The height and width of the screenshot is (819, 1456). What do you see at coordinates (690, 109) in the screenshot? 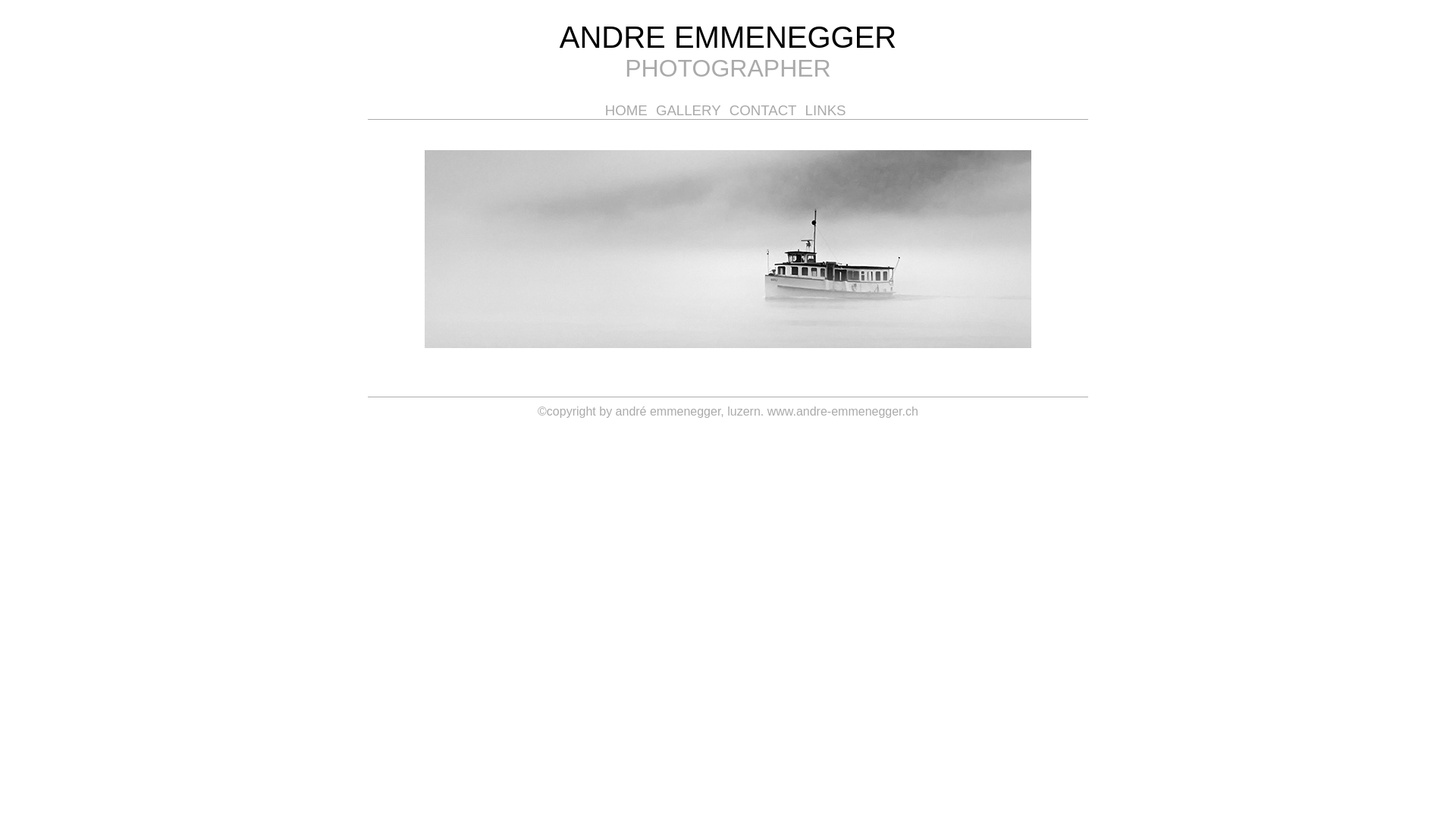
I see `'GALLERY'` at bounding box center [690, 109].